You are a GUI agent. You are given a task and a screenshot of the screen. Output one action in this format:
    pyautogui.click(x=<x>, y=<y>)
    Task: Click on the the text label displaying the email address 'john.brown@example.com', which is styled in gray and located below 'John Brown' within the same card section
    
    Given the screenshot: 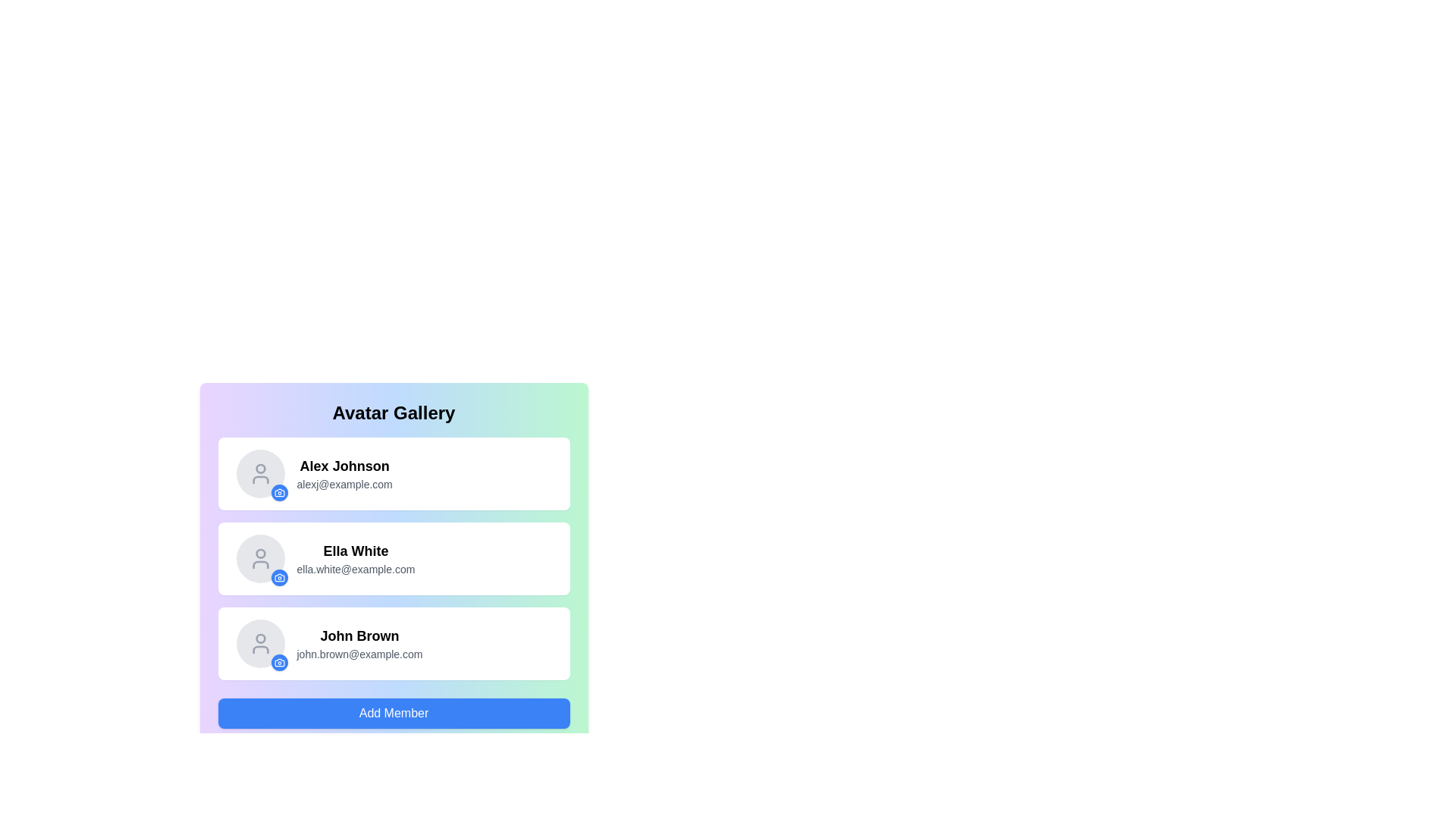 What is the action you would take?
    pyautogui.click(x=359, y=654)
    